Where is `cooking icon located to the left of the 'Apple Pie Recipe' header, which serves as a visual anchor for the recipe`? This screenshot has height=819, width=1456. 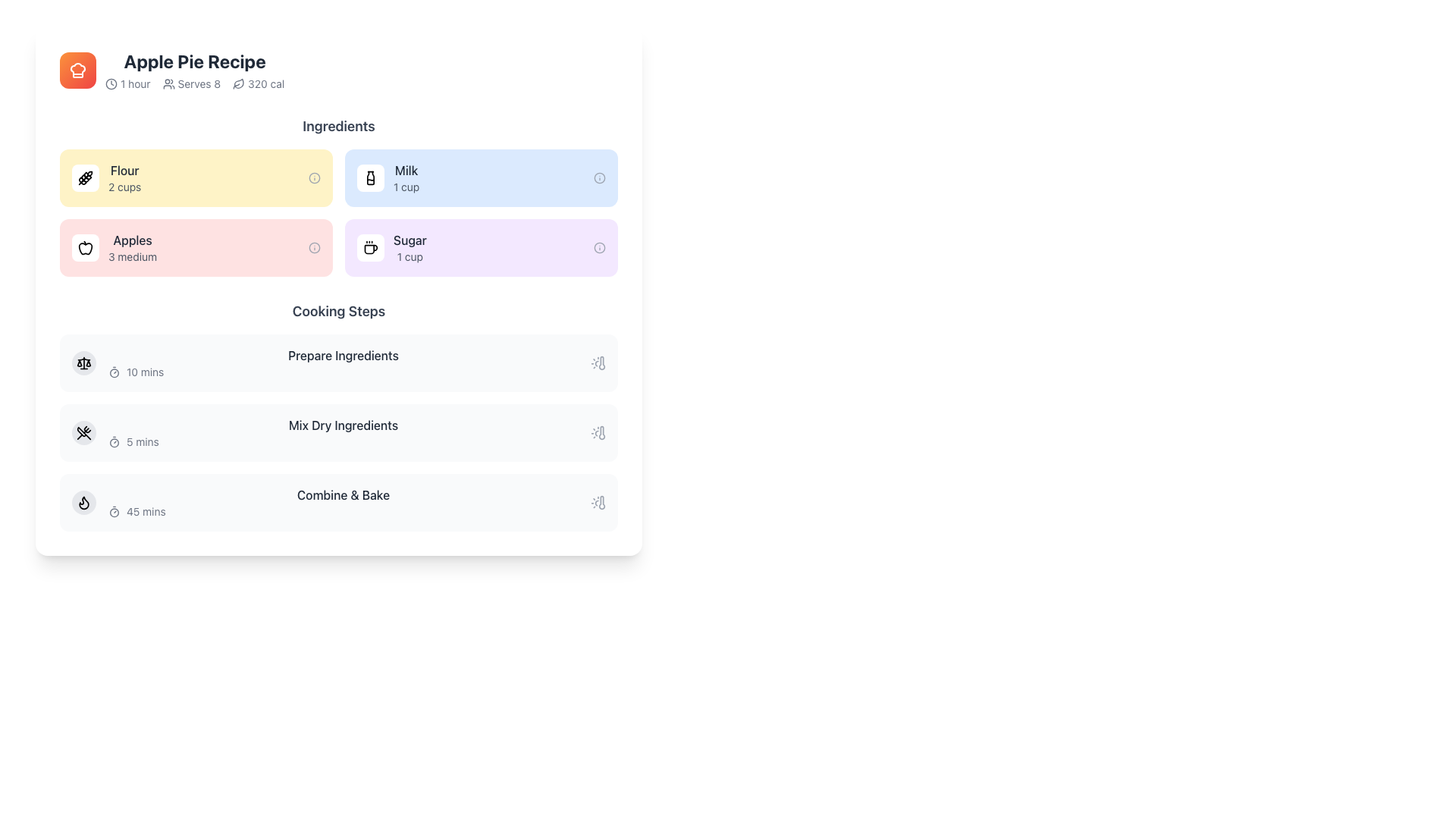 cooking icon located to the left of the 'Apple Pie Recipe' header, which serves as a visual anchor for the recipe is located at coordinates (77, 70).